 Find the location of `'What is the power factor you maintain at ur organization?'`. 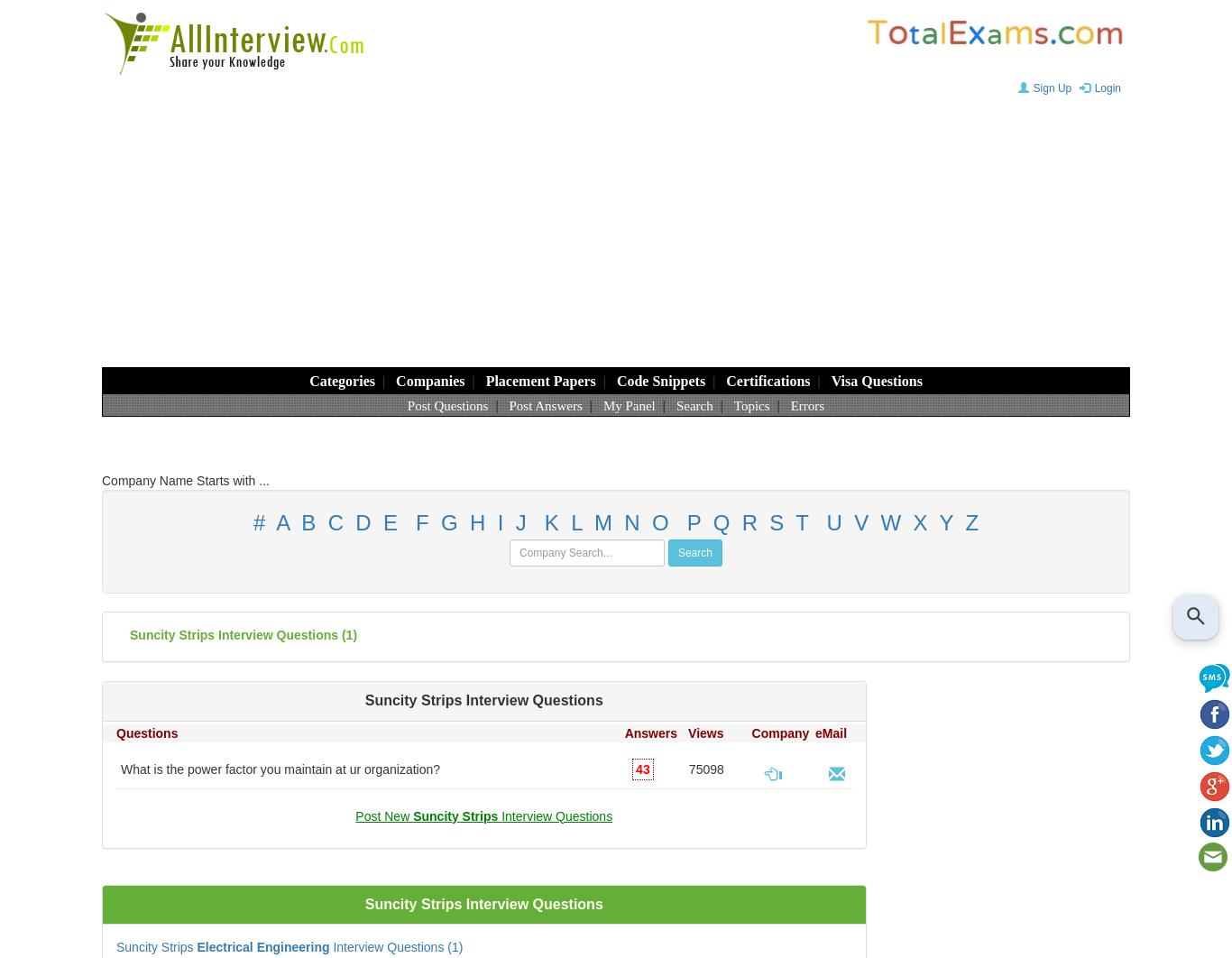

'What is the power factor you maintain at ur organization?' is located at coordinates (120, 768).